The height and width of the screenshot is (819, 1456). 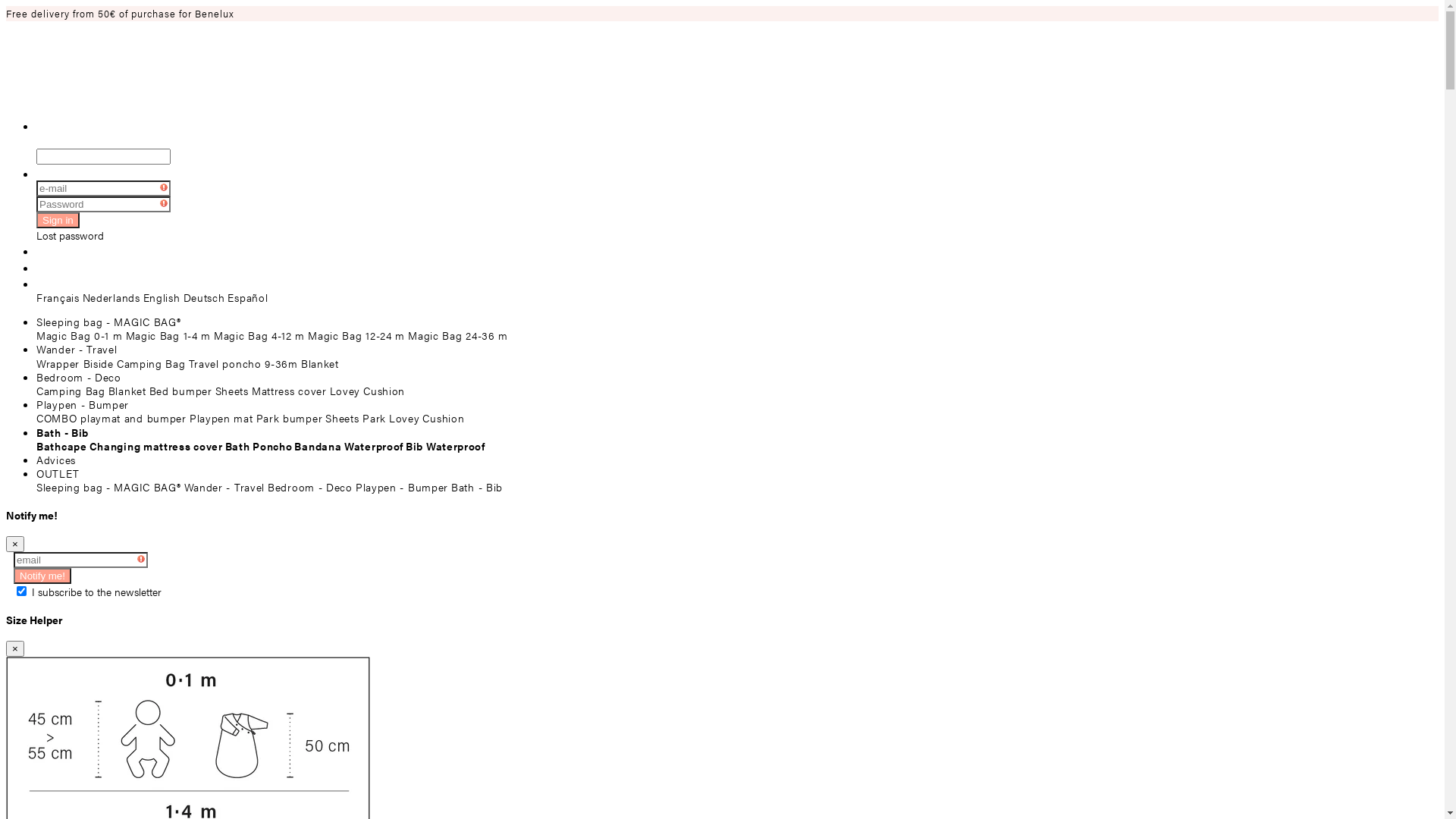 What do you see at coordinates (401, 486) in the screenshot?
I see `'Playpen - Bumper'` at bounding box center [401, 486].